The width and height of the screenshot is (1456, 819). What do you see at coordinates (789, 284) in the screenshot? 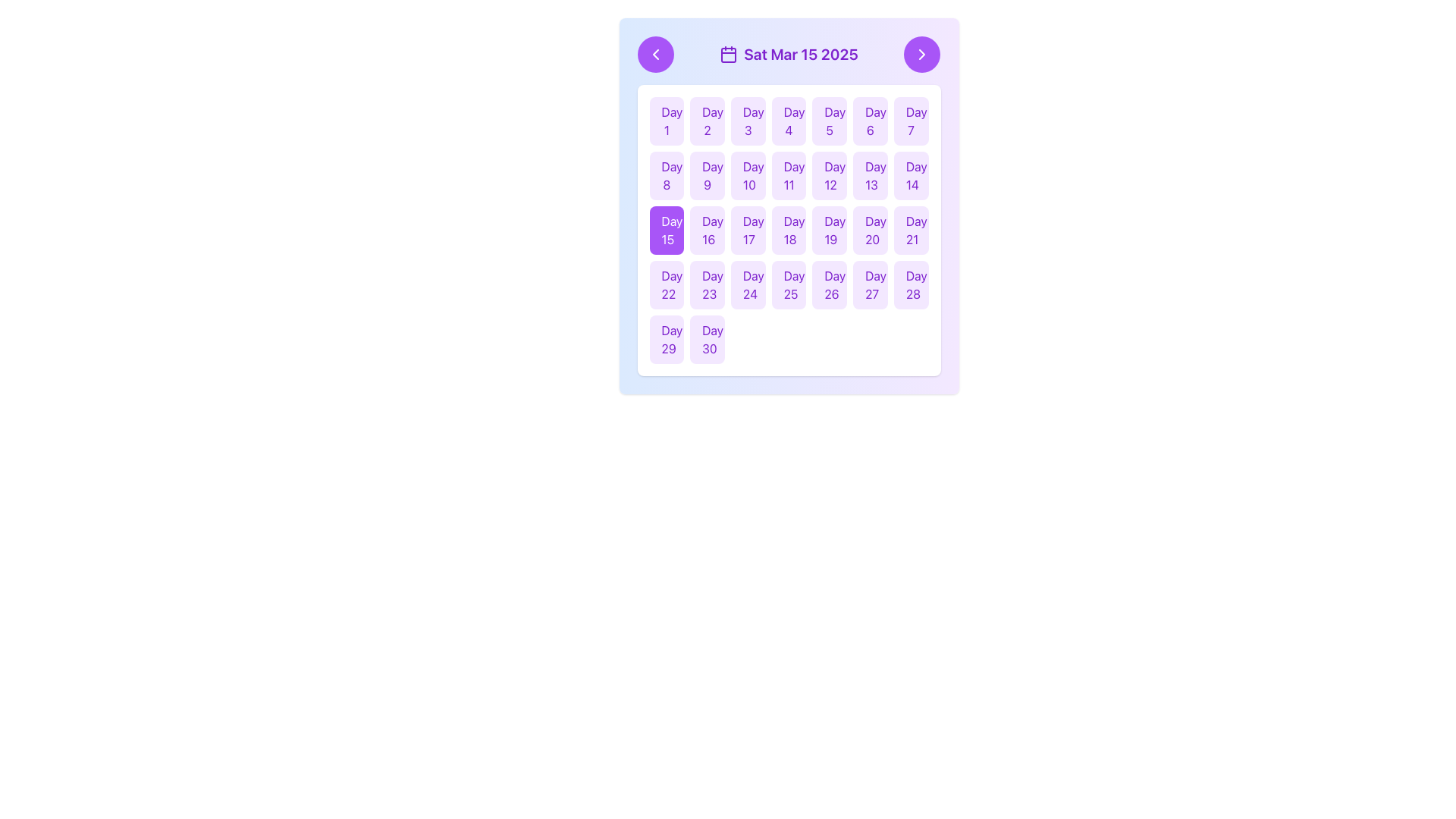
I see `the calendar button representing Day 25` at bounding box center [789, 284].